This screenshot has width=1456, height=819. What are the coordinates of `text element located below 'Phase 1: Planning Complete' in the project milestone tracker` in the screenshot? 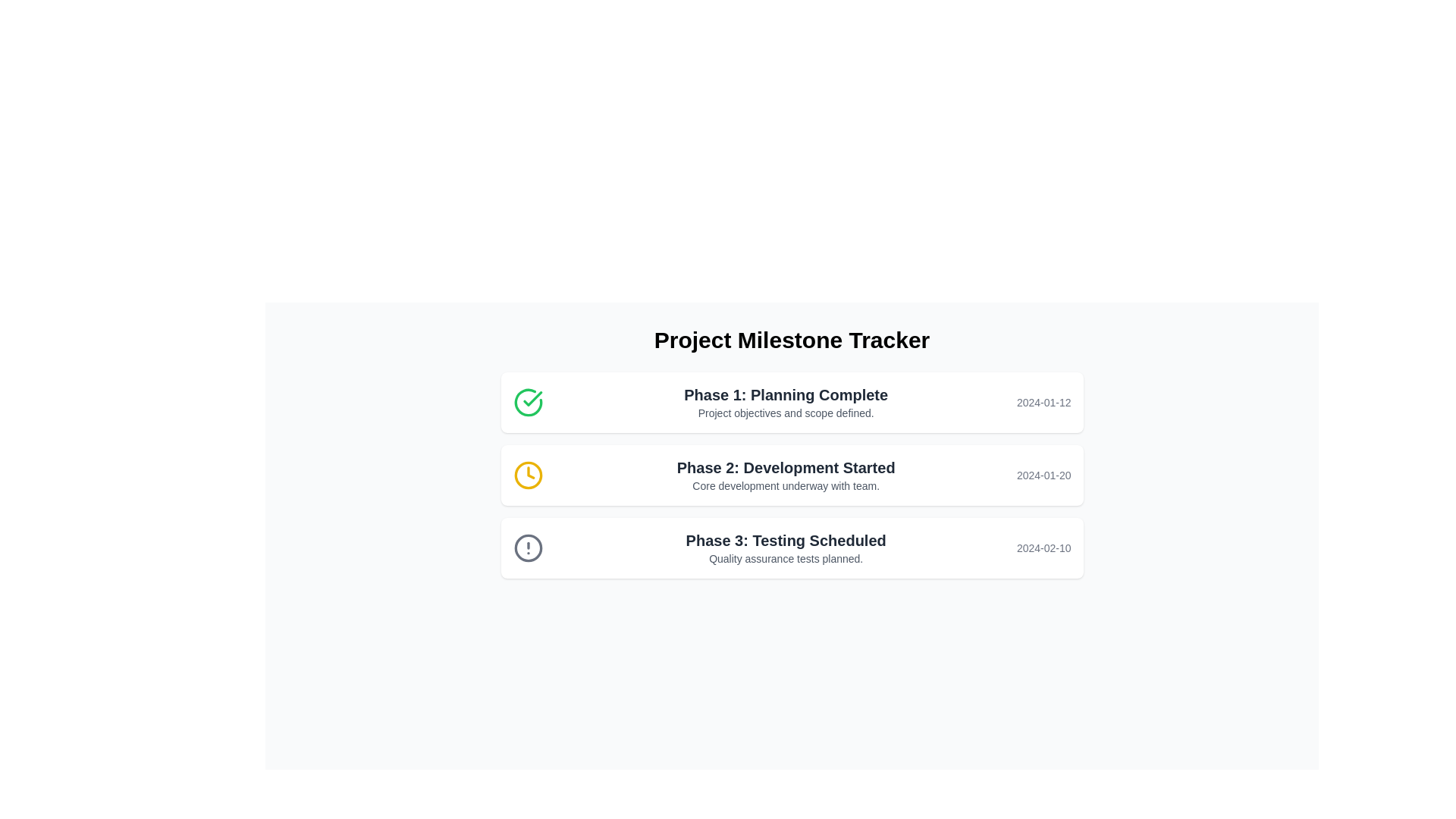 It's located at (786, 413).